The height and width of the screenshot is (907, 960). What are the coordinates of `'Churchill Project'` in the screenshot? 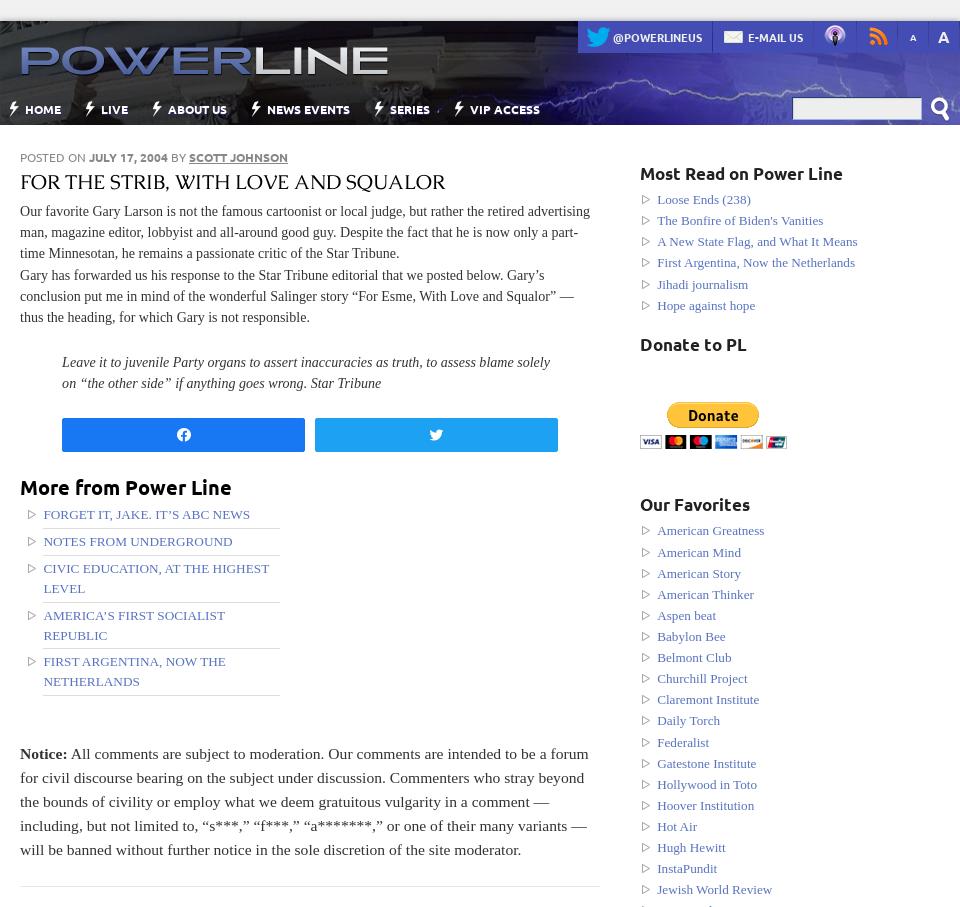 It's located at (701, 677).